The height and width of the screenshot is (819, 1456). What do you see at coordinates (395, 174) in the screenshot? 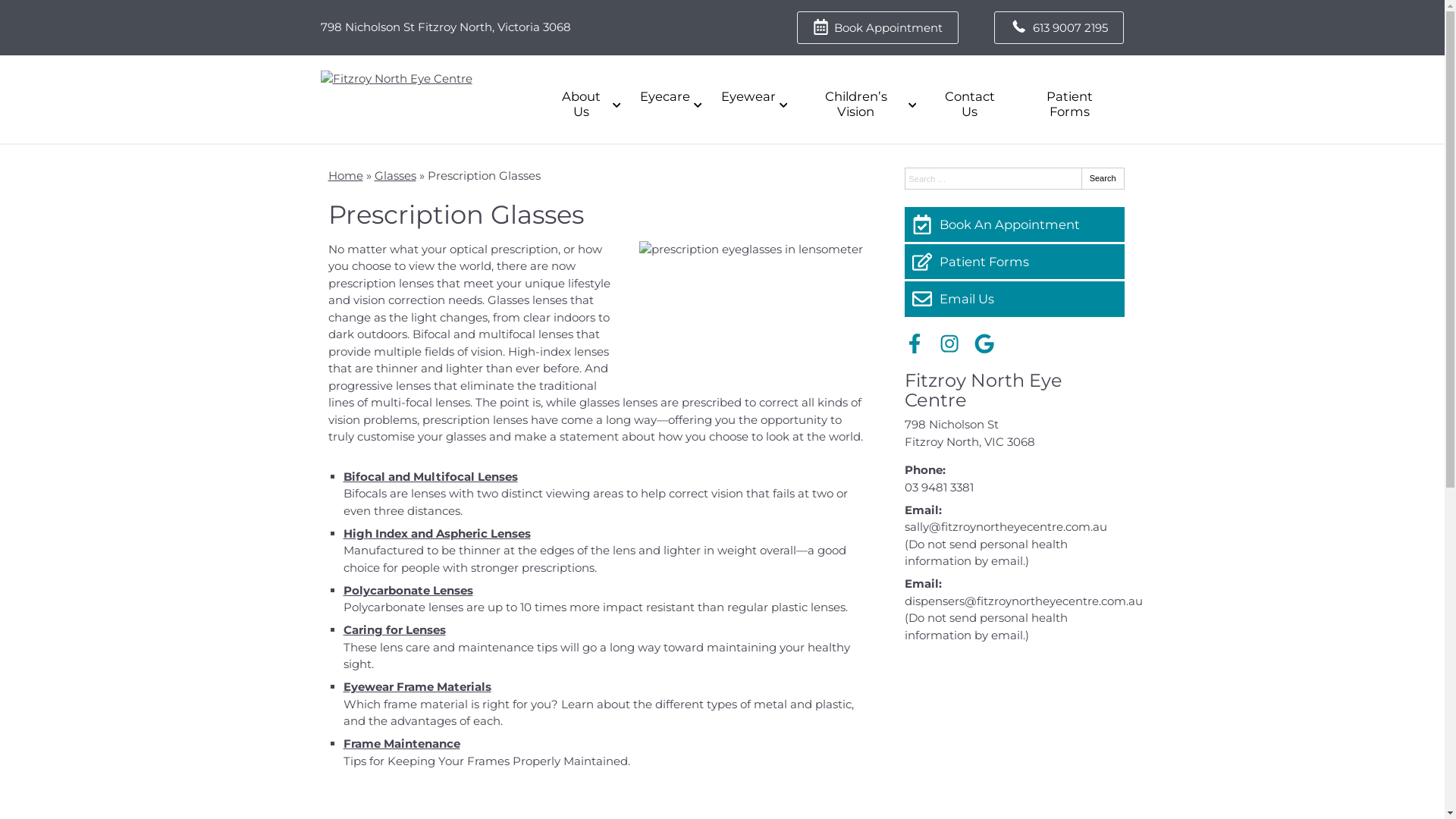
I see `'Glasses'` at bounding box center [395, 174].